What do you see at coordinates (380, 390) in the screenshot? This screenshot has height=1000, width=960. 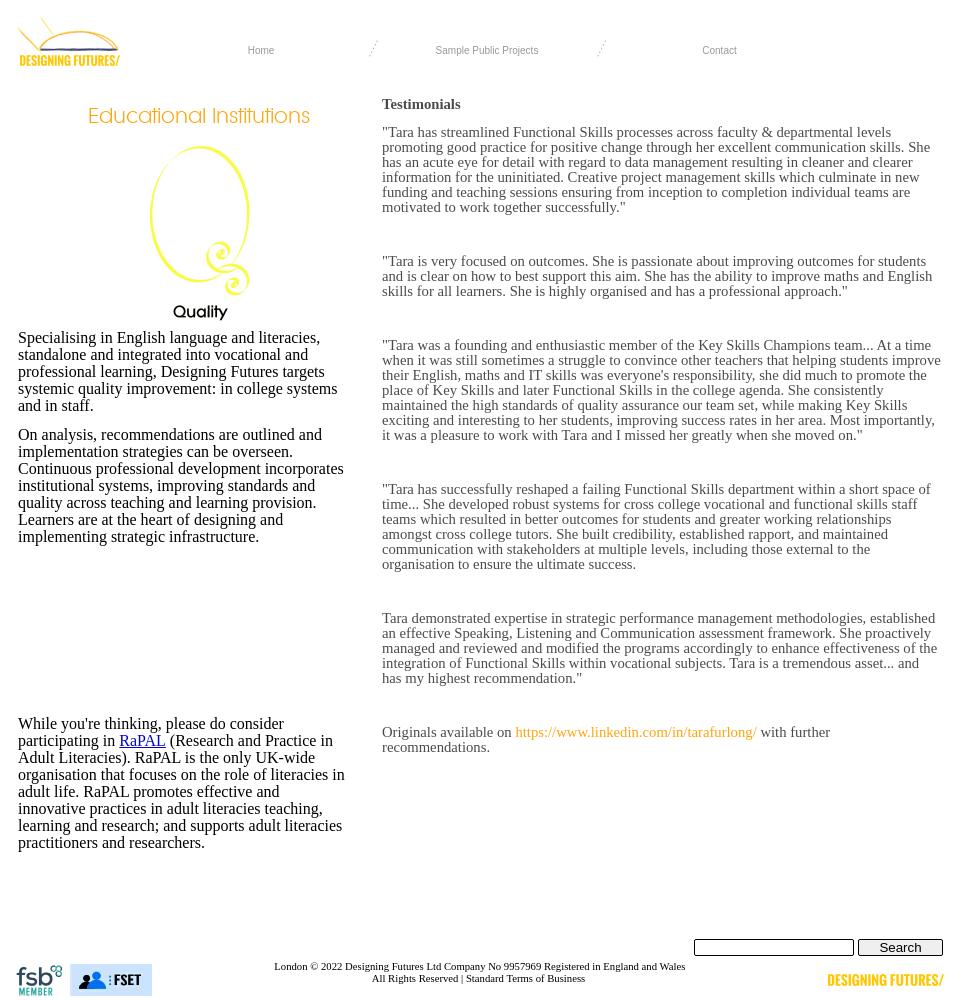 I see `'"Tara was a founding and enthusiastic member of the Key Skills Champions team... At a time when it was still sometimes a struggle to convince other teachers that helping students improve their English, maths and IT skills was everyone's responsibility, she did much to promote the place of Key Skills and later Functional Skills in the college agenda. She consistently maintained the high standards of quality assurance our team set, while making Key Skills exciting and interesting to her students, improving success rates in her area. Most importantly, it was a pleasure to work with Tara and I missed her greatly when she moved on."'` at bounding box center [380, 390].